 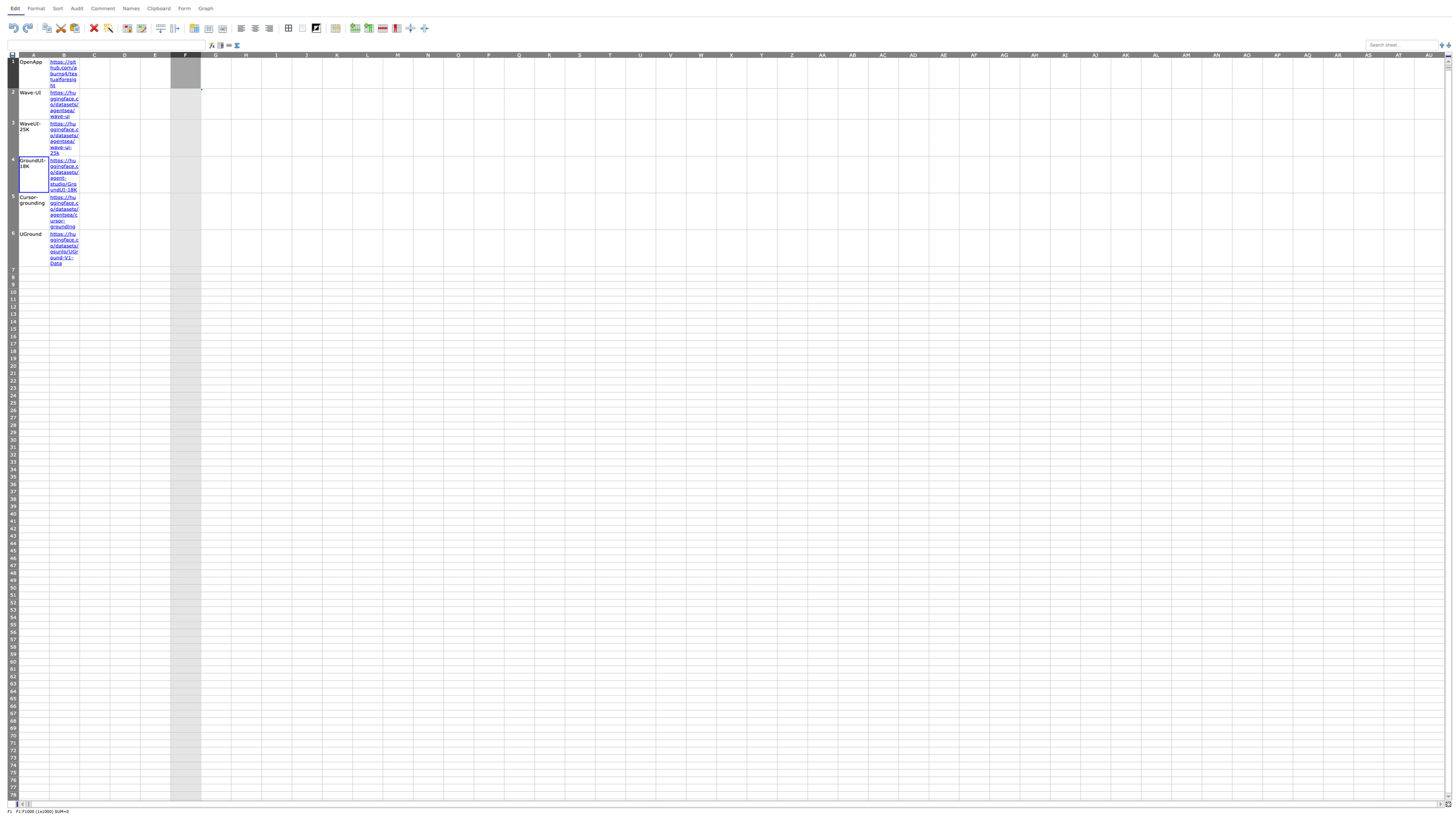 What do you see at coordinates (246, 54) in the screenshot?
I see `Move cursor to column H` at bounding box center [246, 54].